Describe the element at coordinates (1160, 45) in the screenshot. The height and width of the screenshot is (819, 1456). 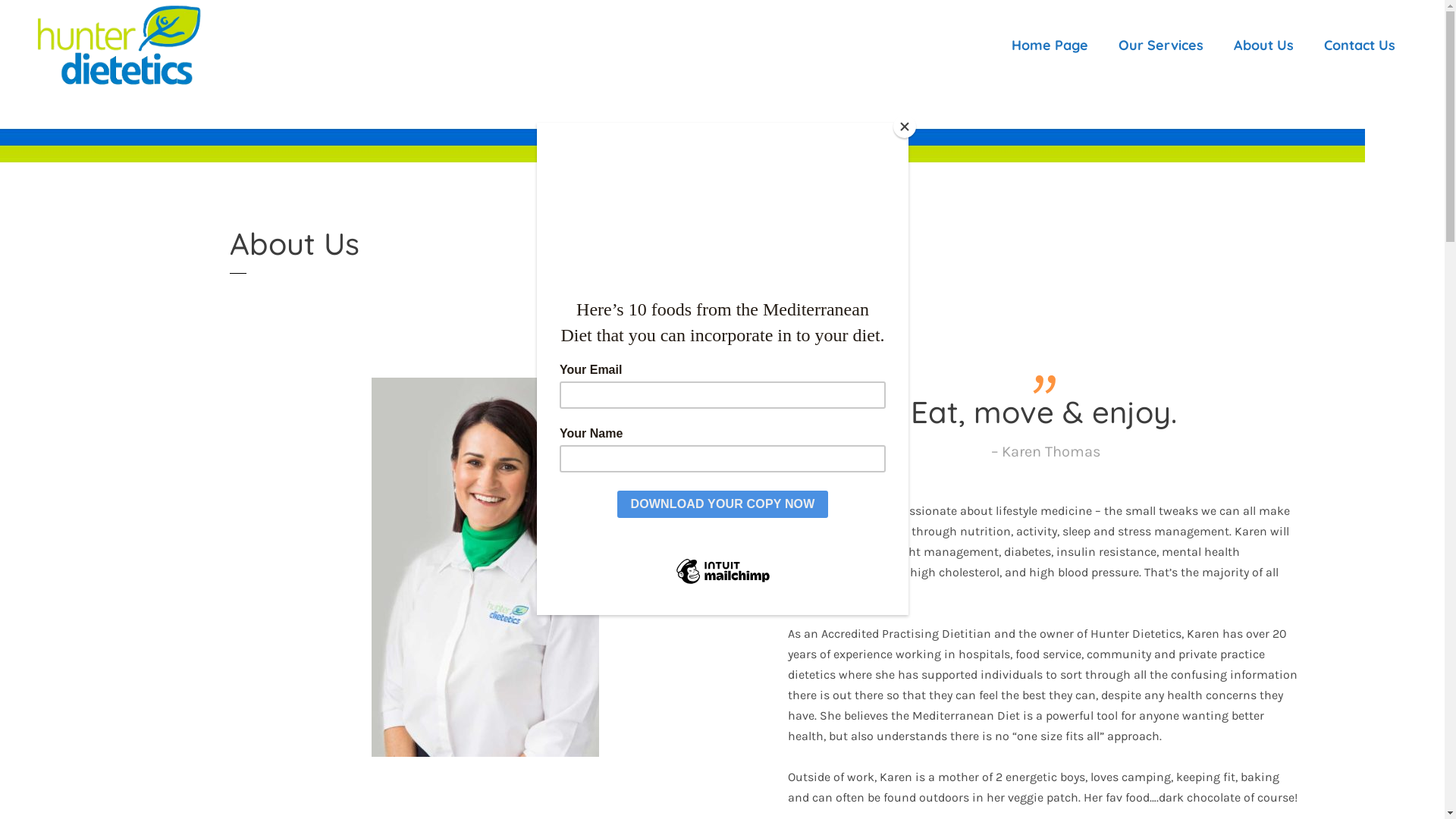
I see `'Our Services'` at that location.